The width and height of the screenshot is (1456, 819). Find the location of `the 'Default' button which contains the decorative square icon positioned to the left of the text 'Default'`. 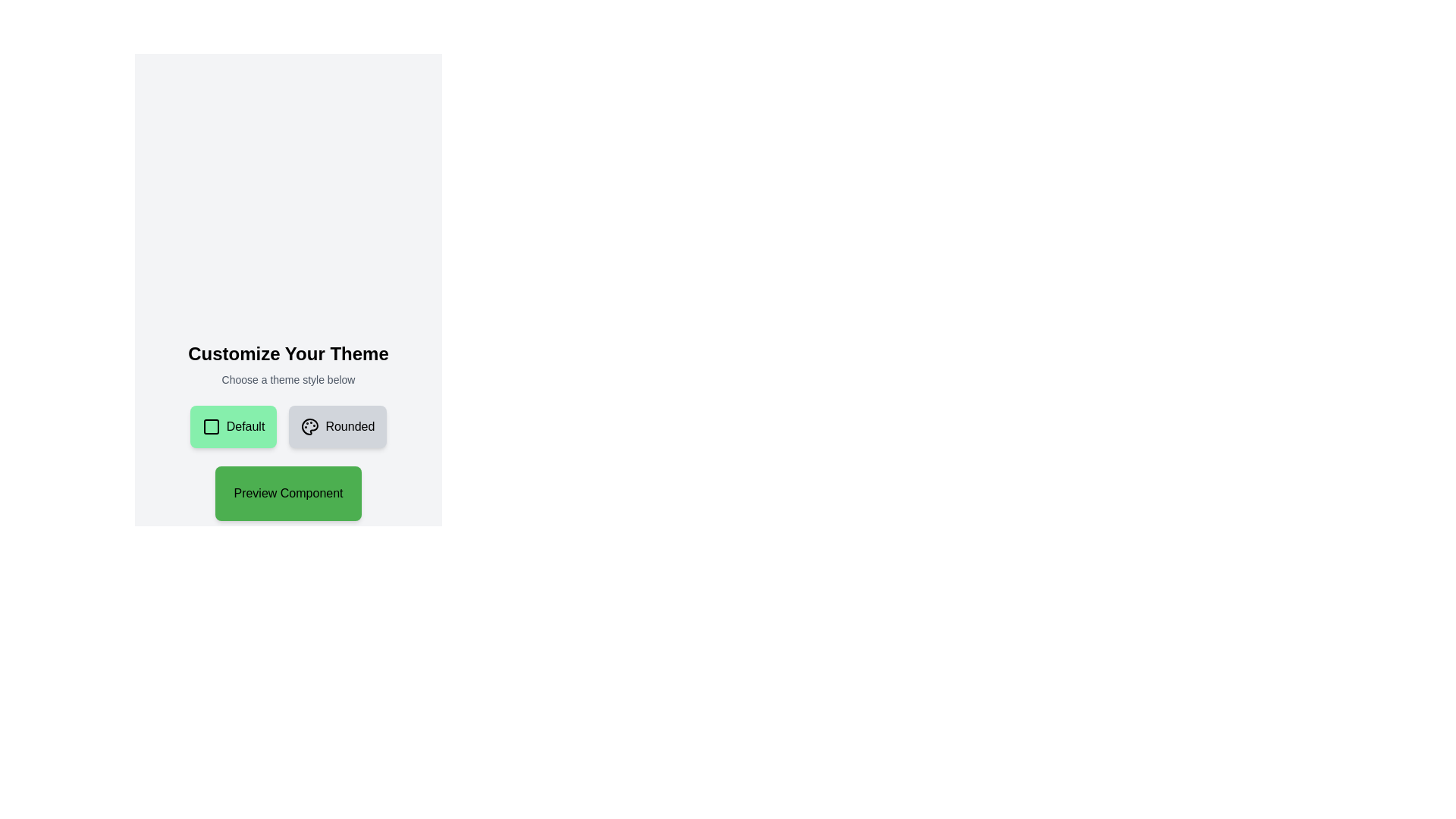

the 'Default' button which contains the decorative square icon positioned to the left of the text 'Default' is located at coordinates (210, 427).